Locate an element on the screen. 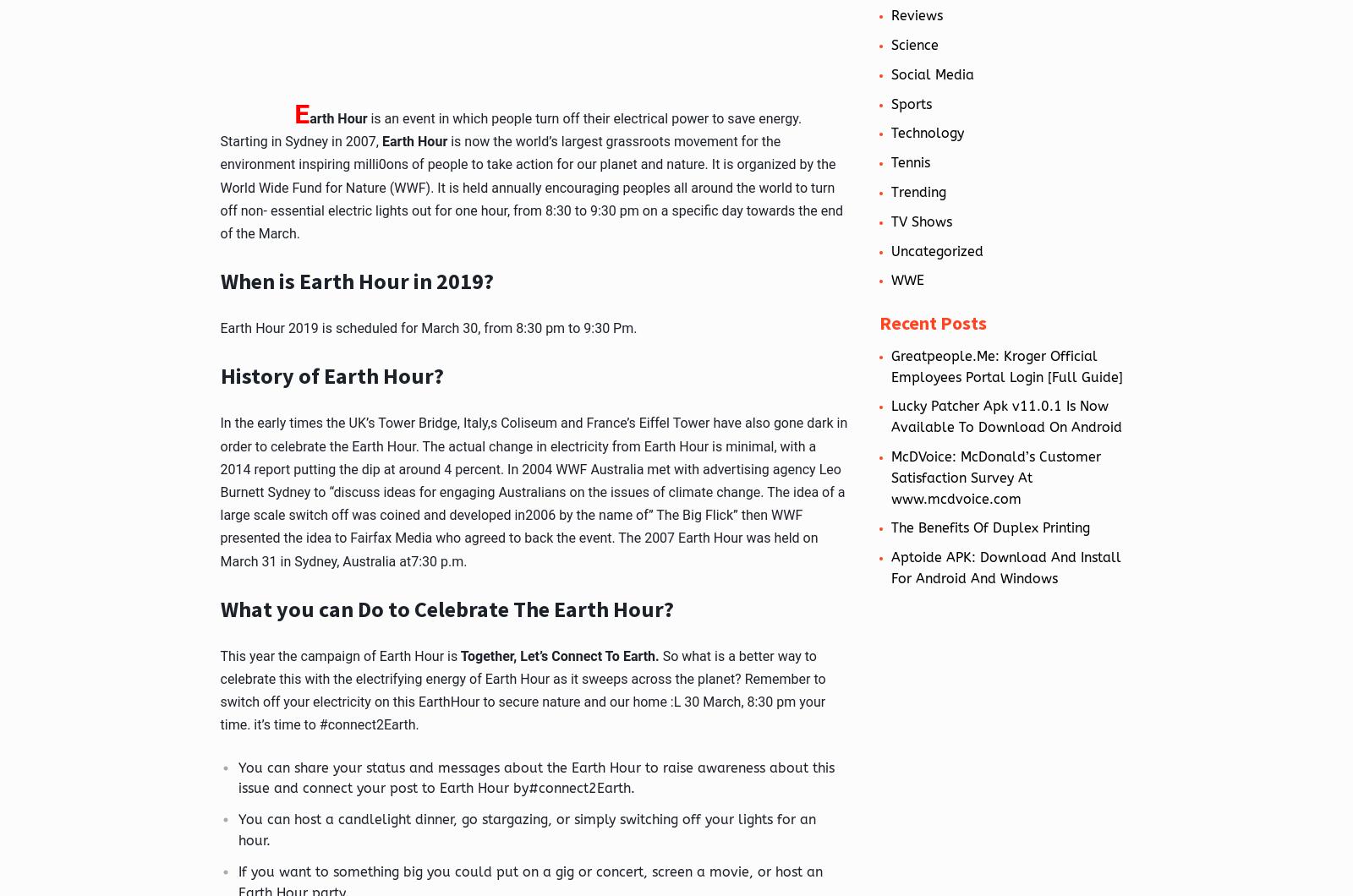  'You can share your status and messages about the Earth Hour to raise awareness about this issue and connect your post to Earth Hour by#connect2Earth.' is located at coordinates (237, 777).